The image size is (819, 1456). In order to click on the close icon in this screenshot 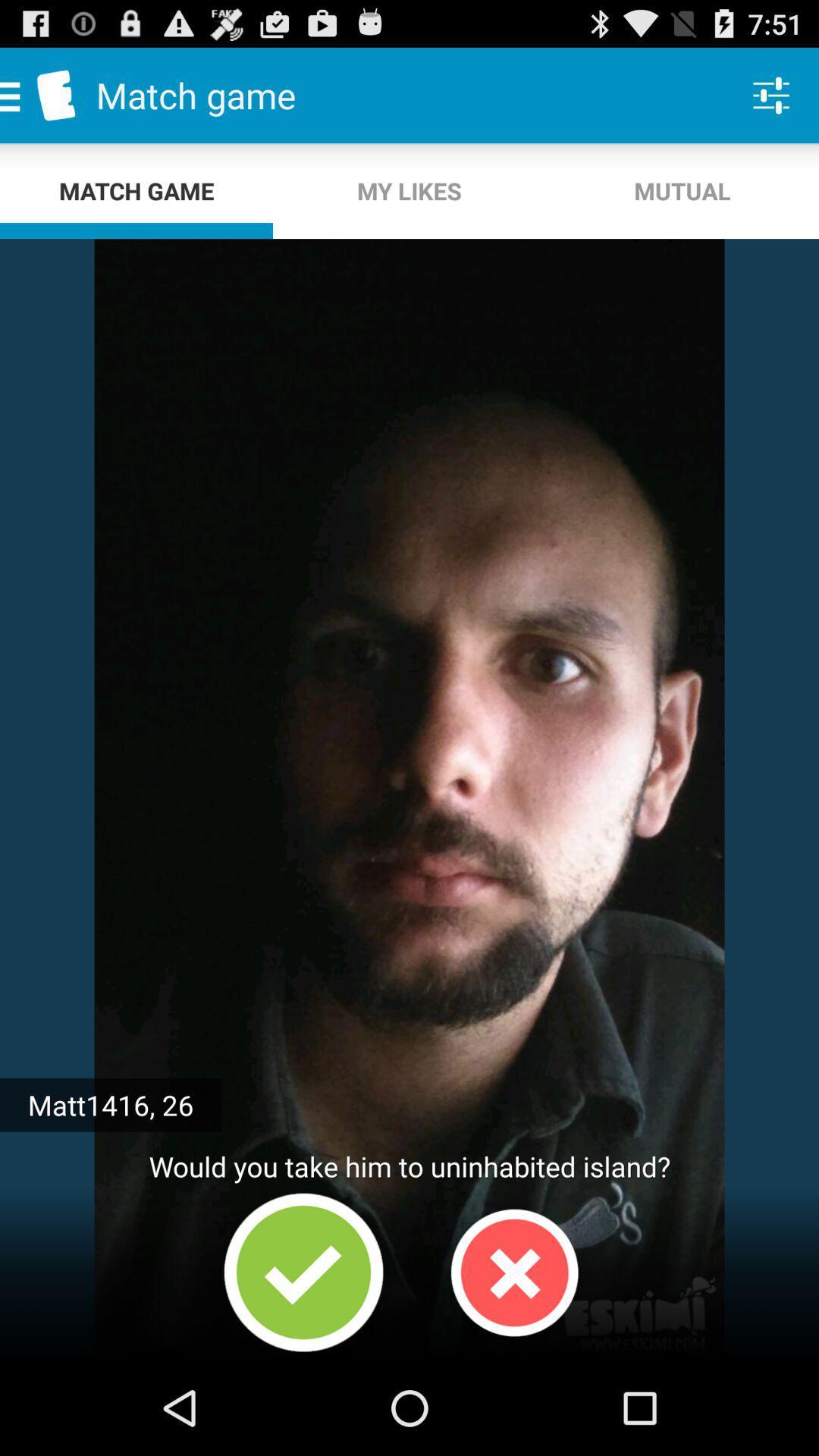, I will do `click(513, 1362)`.